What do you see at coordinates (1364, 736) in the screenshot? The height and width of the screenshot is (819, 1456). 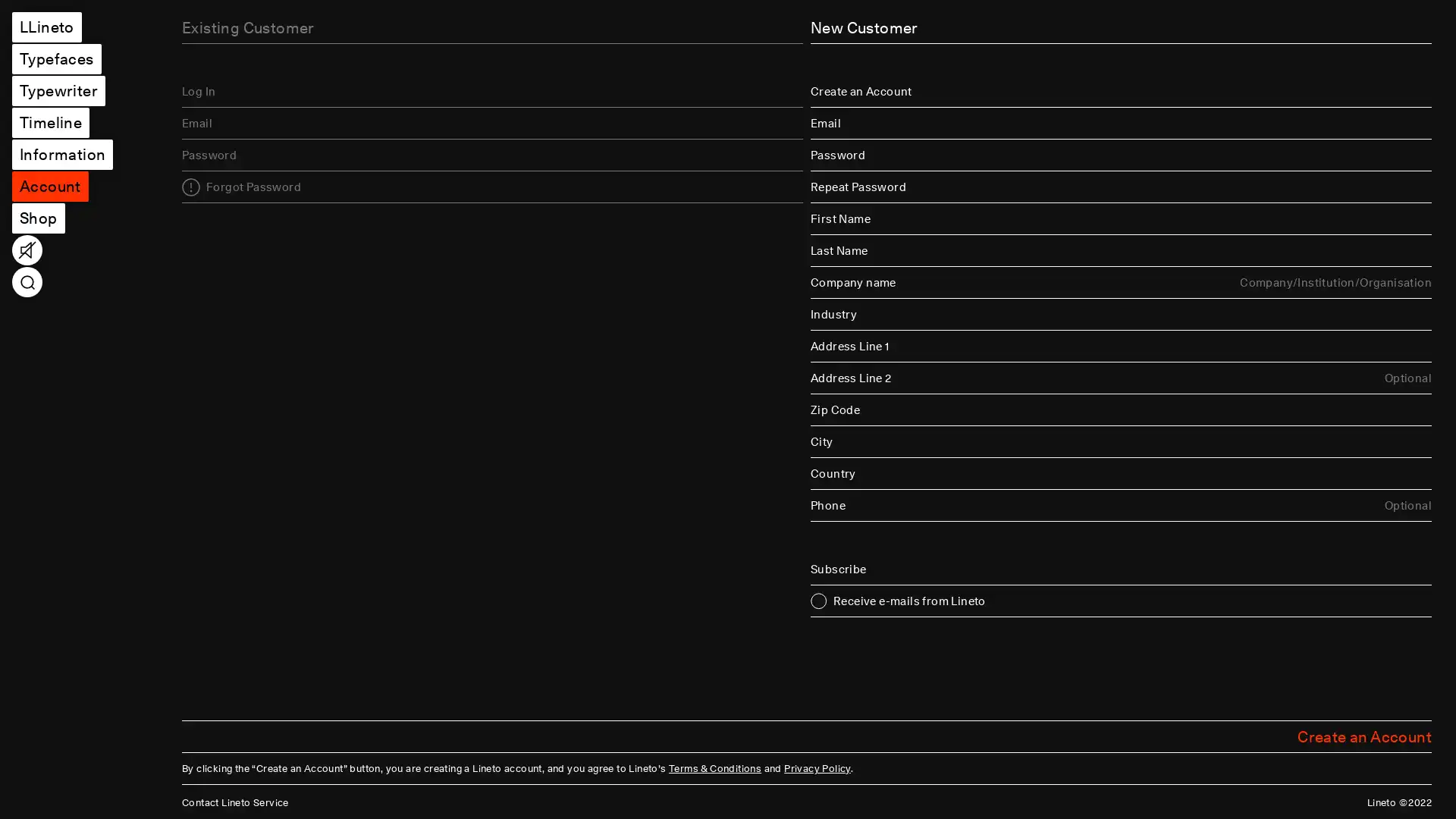 I see `Create an Account` at bounding box center [1364, 736].